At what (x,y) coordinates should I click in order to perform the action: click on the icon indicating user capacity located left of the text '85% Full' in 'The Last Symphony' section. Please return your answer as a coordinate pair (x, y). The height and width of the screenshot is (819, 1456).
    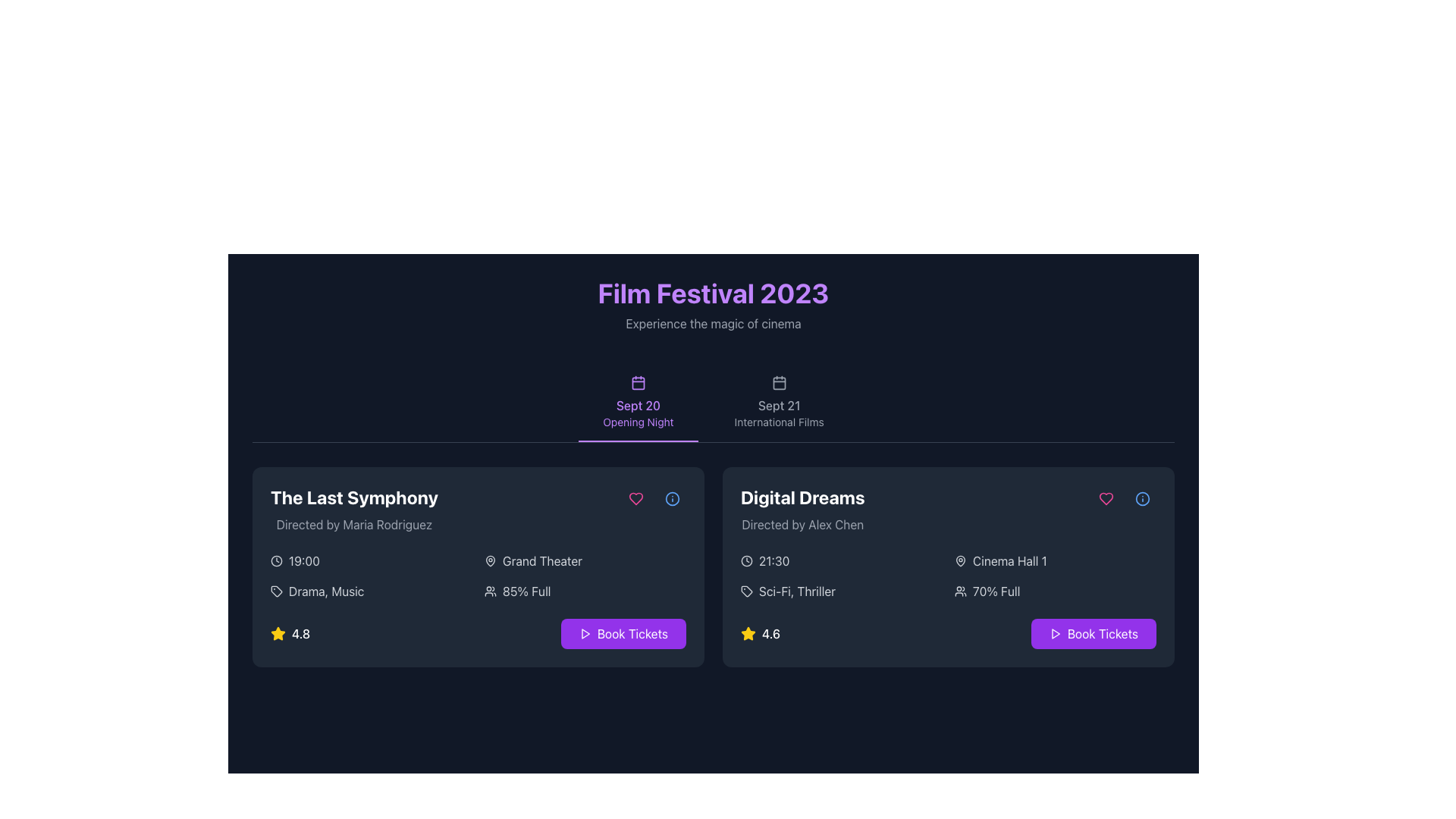
    Looking at the image, I should click on (491, 590).